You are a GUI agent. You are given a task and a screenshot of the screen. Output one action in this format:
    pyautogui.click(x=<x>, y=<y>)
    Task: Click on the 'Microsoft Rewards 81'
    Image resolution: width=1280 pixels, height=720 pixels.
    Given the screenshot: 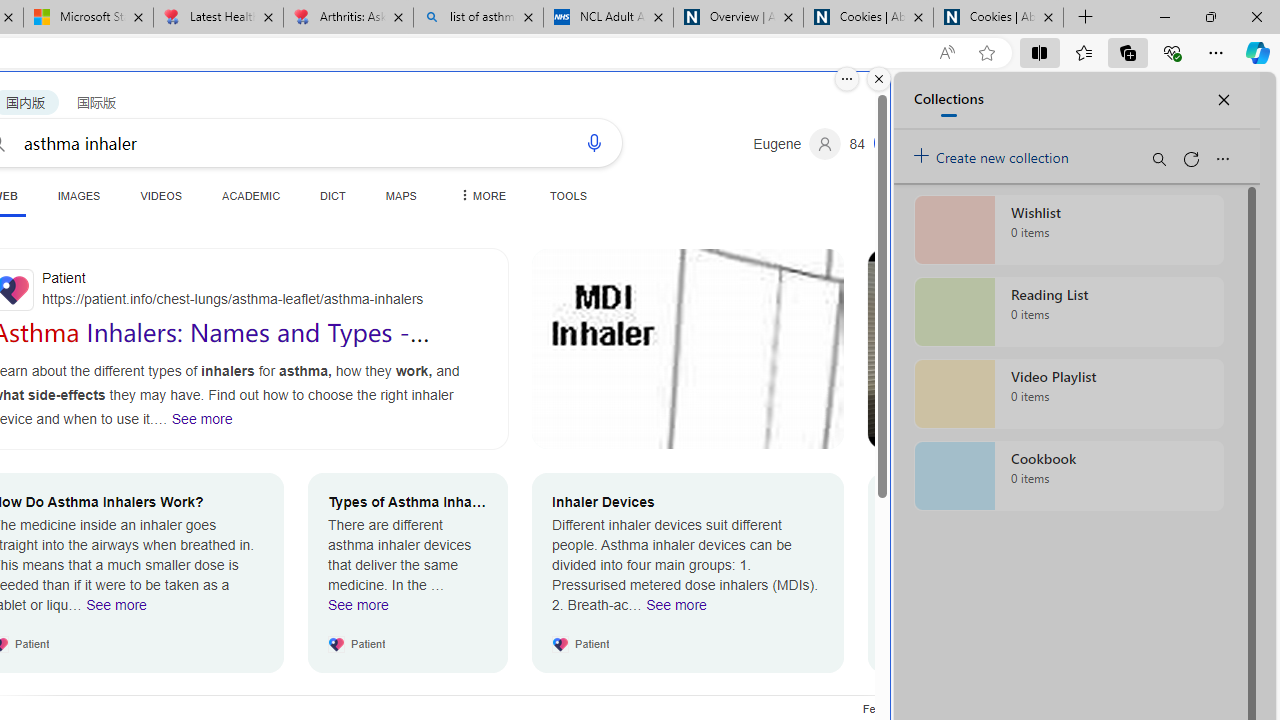 What is the action you would take?
    pyautogui.click(x=878, y=143)
    